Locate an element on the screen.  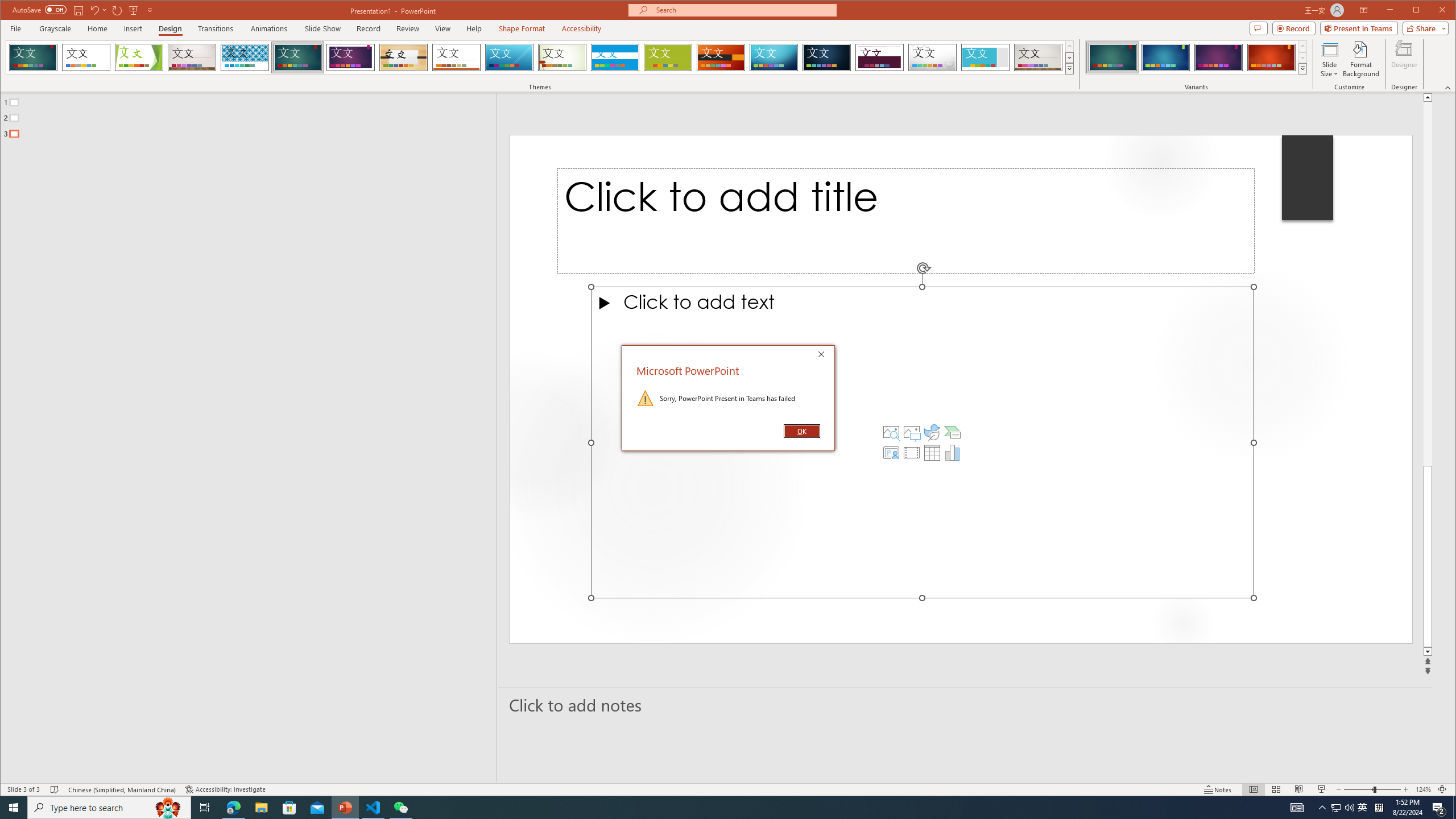
'WeChat - 1 running window' is located at coordinates (401, 806).